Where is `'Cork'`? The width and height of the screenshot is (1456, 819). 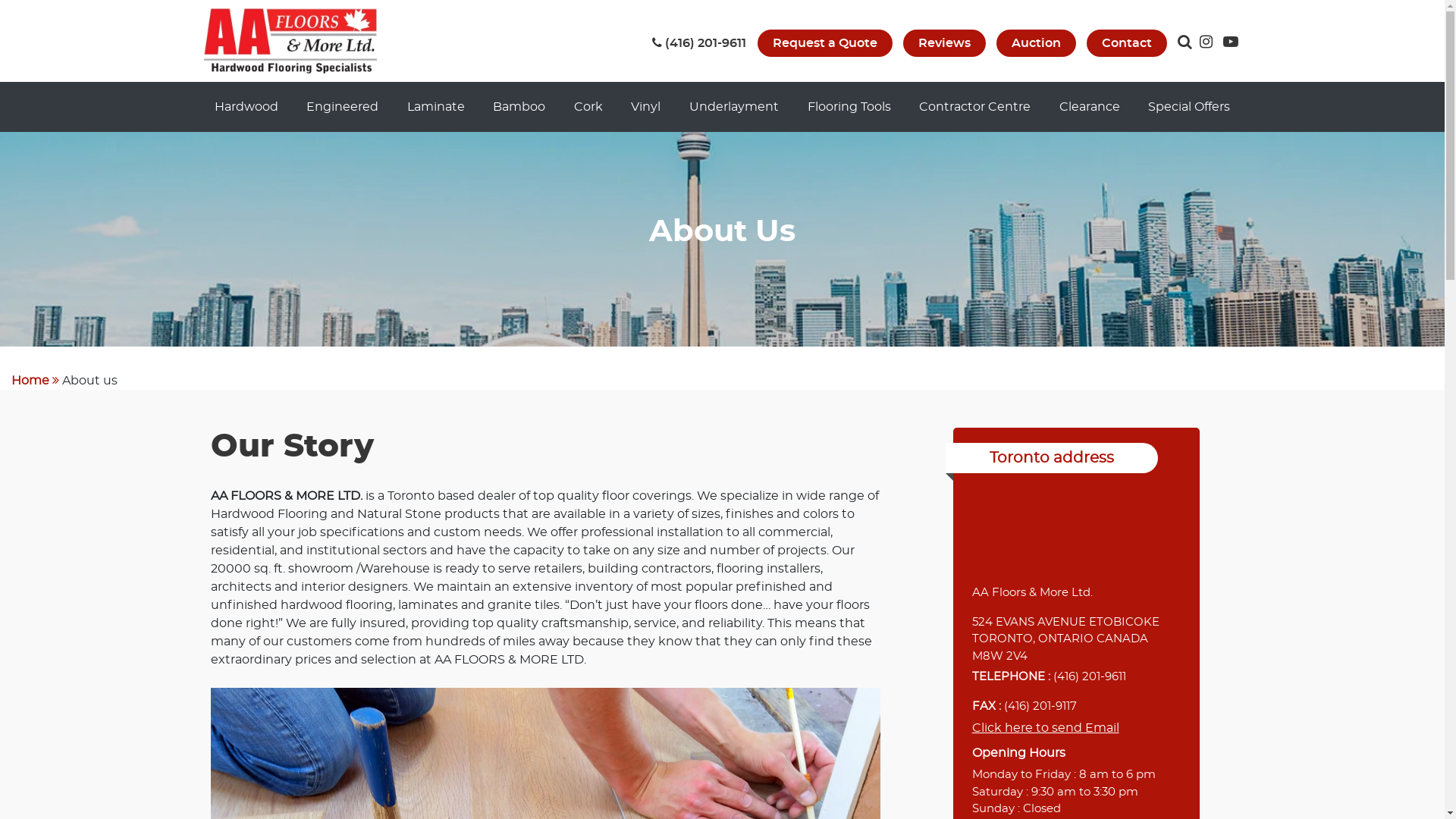 'Cork' is located at coordinates (588, 106).